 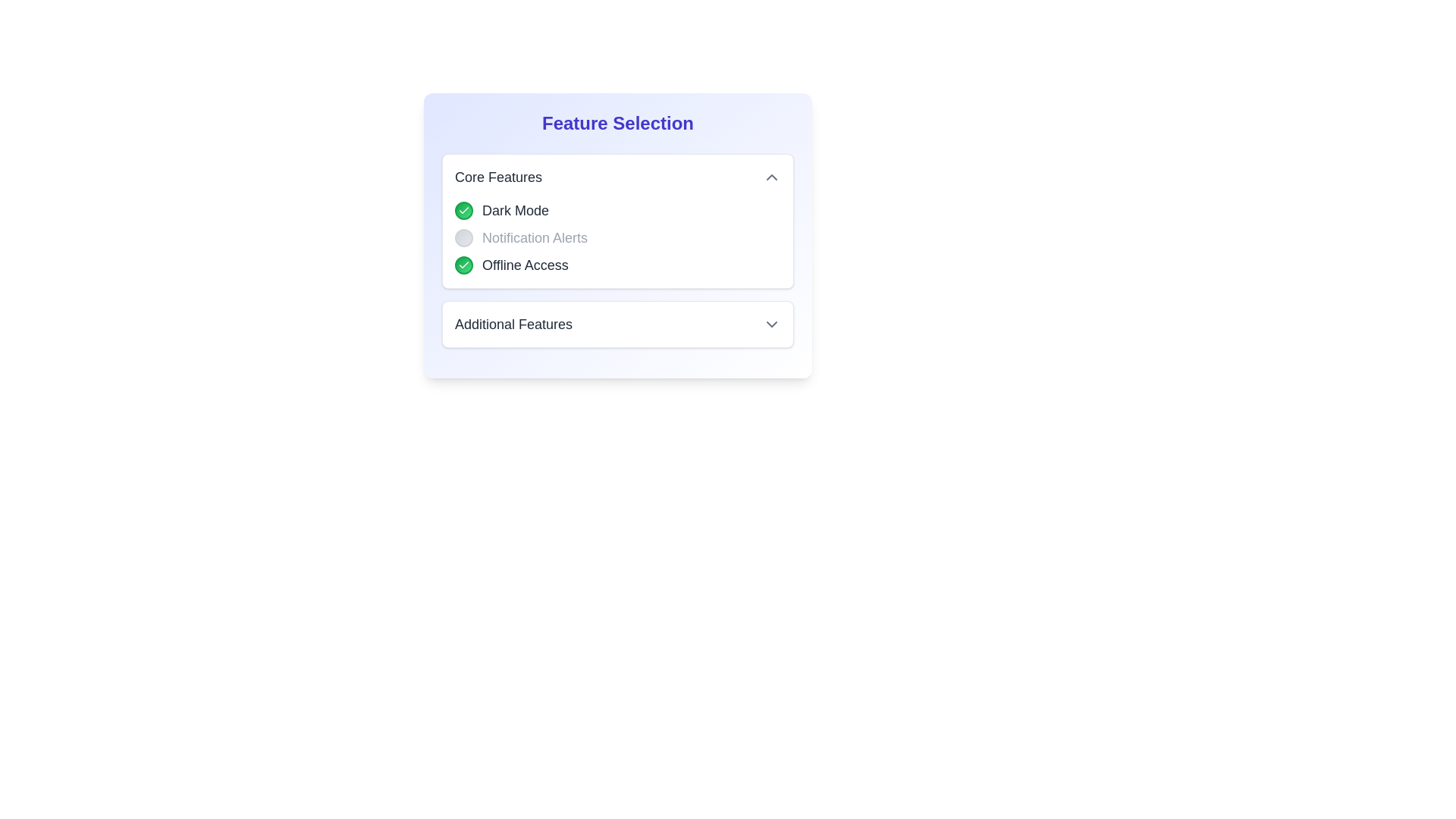 What do you see at coordinates (618, 265) in the screenshot?
I see `the 'Offline Access' option, which is the third item in the 'Core Features' list below 'Dark Mode' and 'Notification Alerts'` at bounding box center [618, 265].